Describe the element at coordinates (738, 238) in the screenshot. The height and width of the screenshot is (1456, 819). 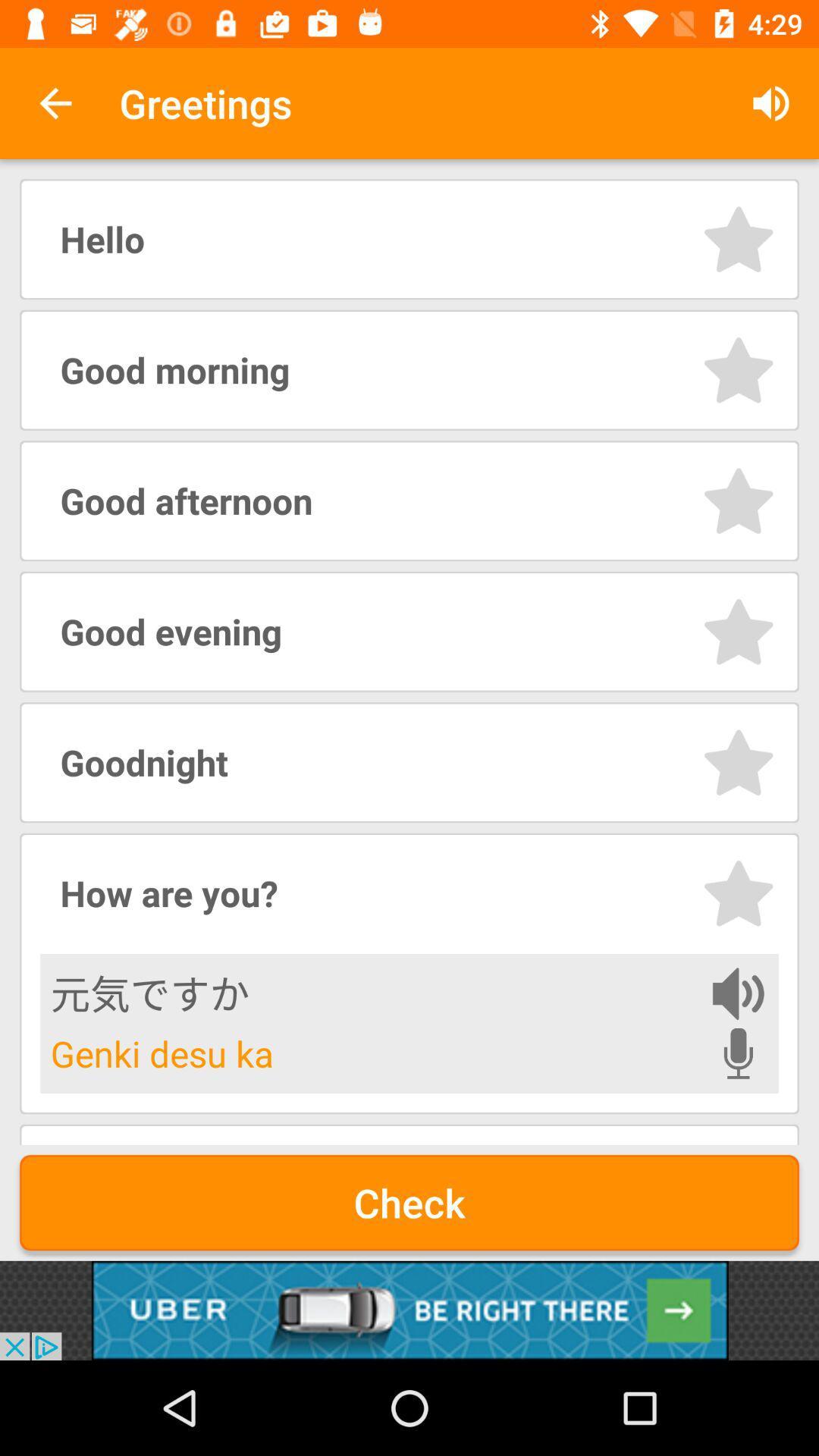
I see `this item` at that location.